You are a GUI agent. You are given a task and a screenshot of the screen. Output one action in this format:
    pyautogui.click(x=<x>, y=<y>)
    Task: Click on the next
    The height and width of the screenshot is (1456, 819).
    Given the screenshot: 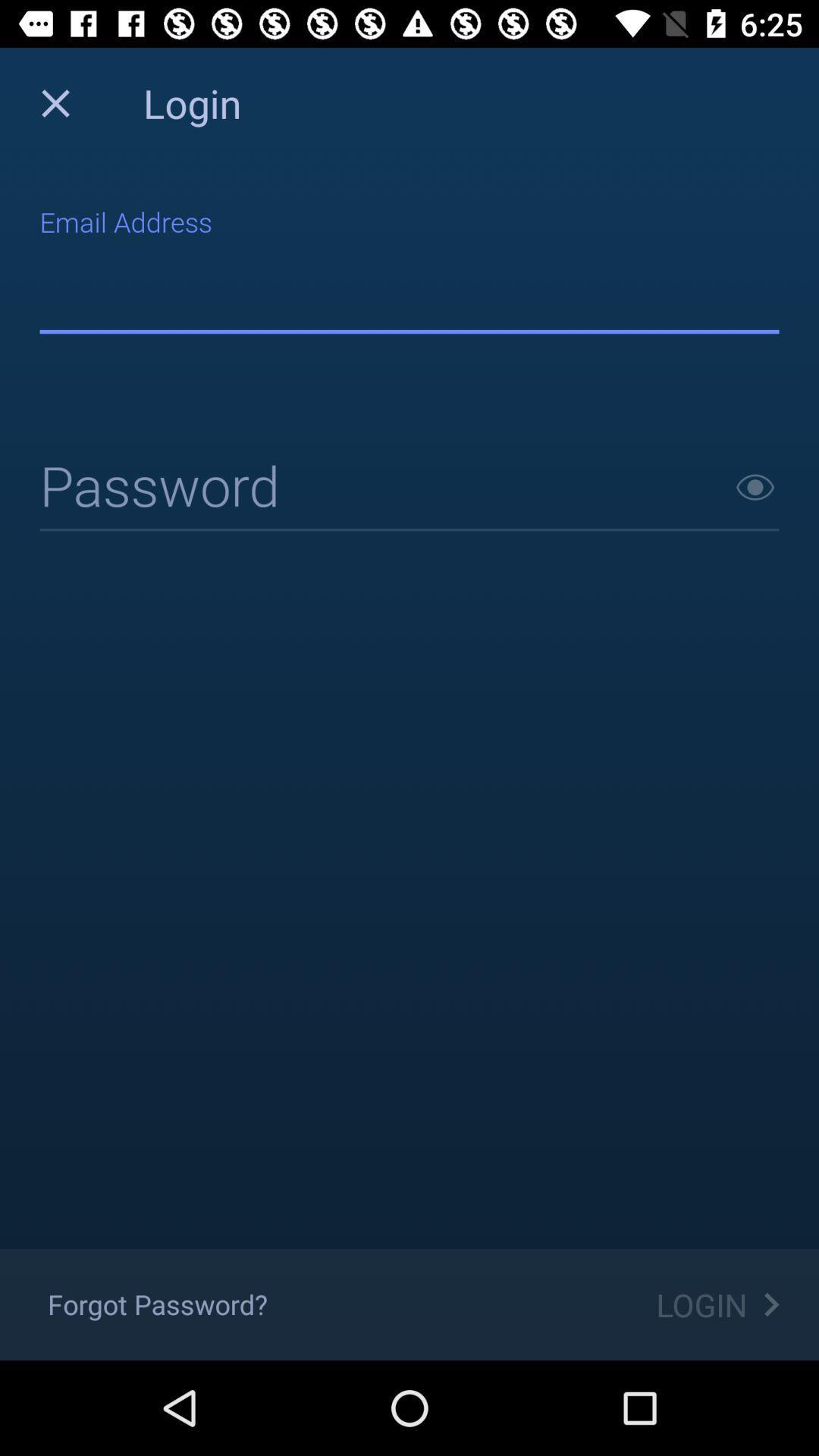 What is the action you would take?
    pyautogui.click(x=755, y=487)
    